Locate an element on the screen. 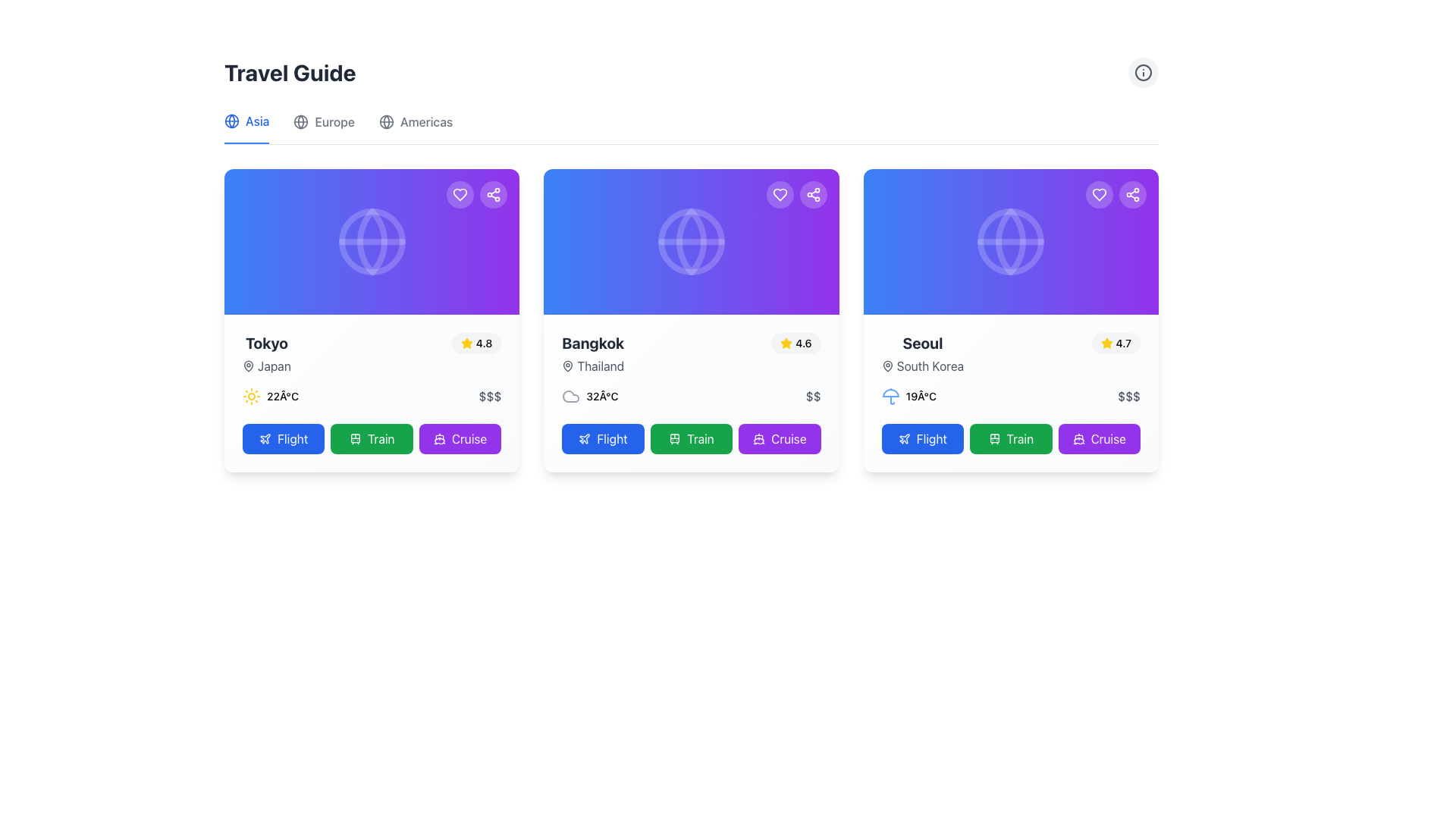 The image size is (1456, 819). the card section containing information about 'Bangkok', which includes a rating of 4.6, temperature of 32°C, and price level symbols ($$). This card is located centrally in a three-card layout is located at coordinates (691, 393).